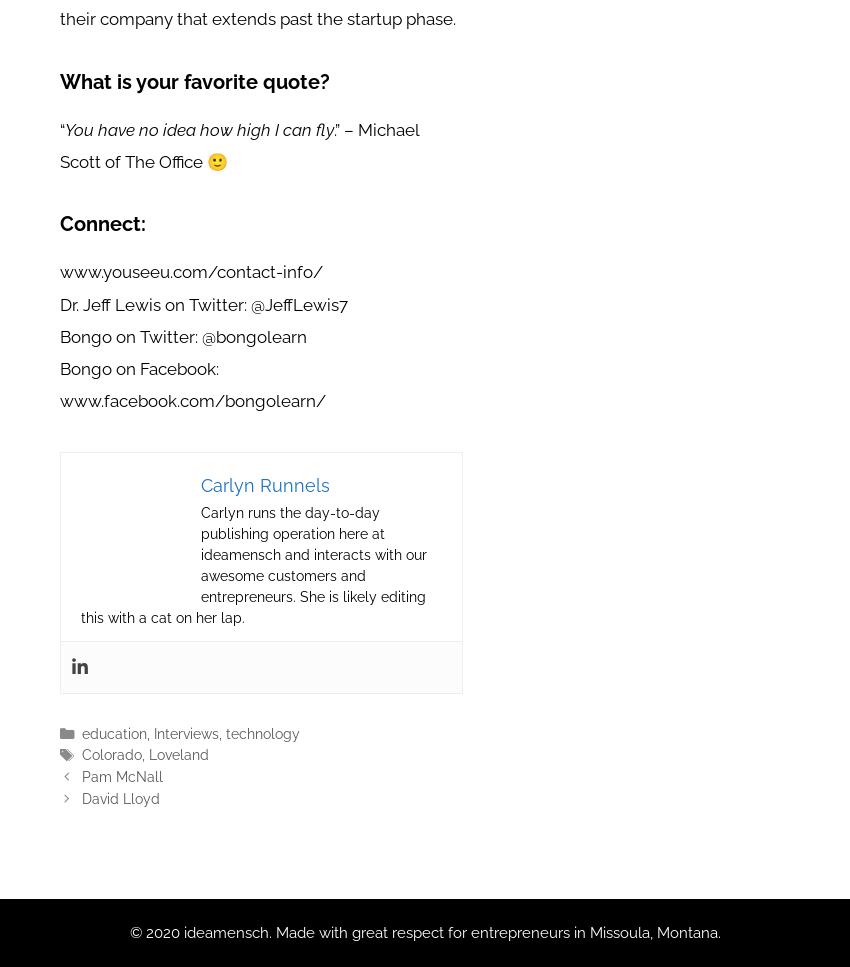 This screenshot has width=850, height=967. I want to click on '© 2020 ideamensch. Made with great respect for entrepreneurs in Missoula, Montana.', so click(424, 931).